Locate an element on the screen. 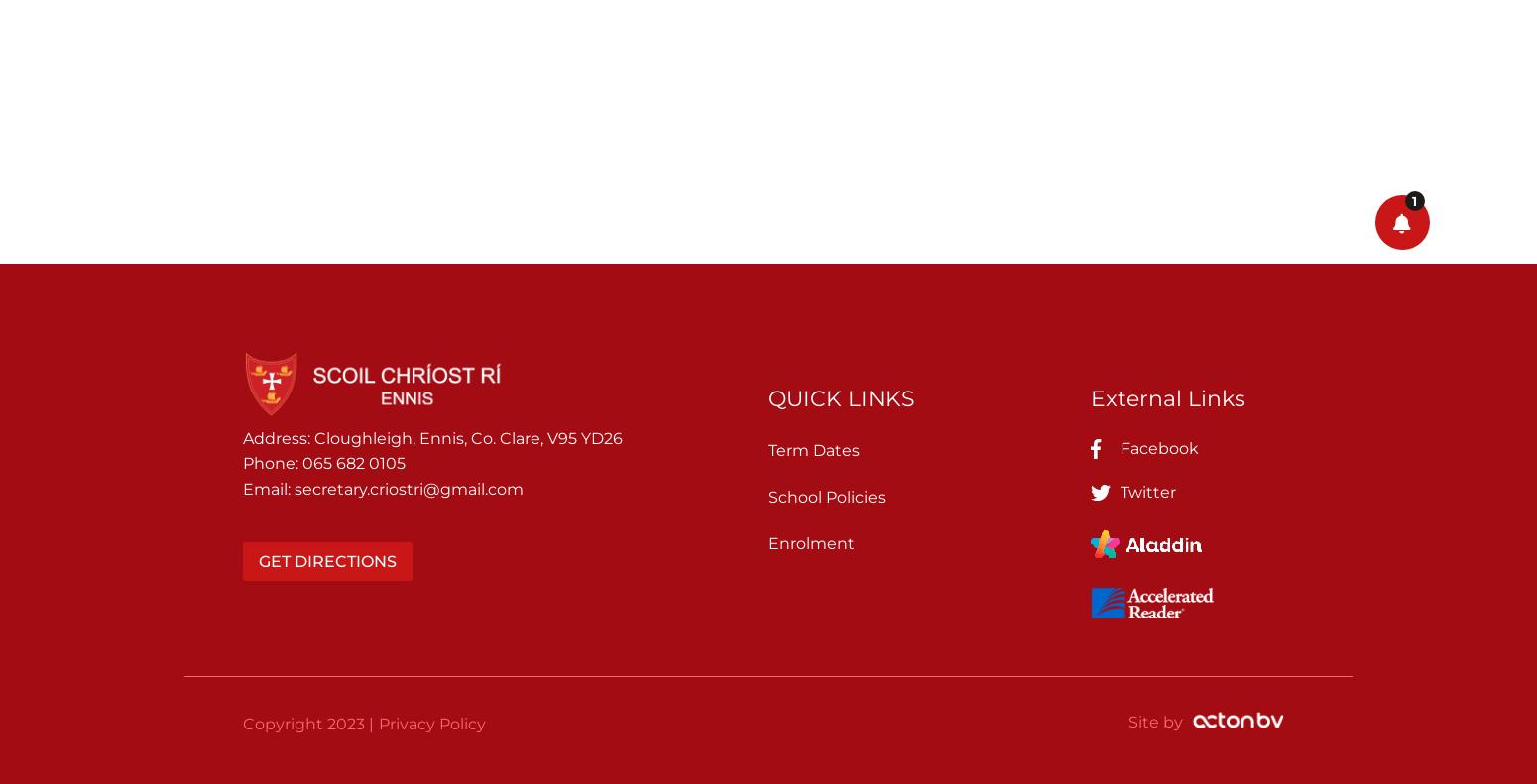 The height and width of the screenshot is (784, 1537). 'Privacy Policy' is located at coordinates (378, 722).